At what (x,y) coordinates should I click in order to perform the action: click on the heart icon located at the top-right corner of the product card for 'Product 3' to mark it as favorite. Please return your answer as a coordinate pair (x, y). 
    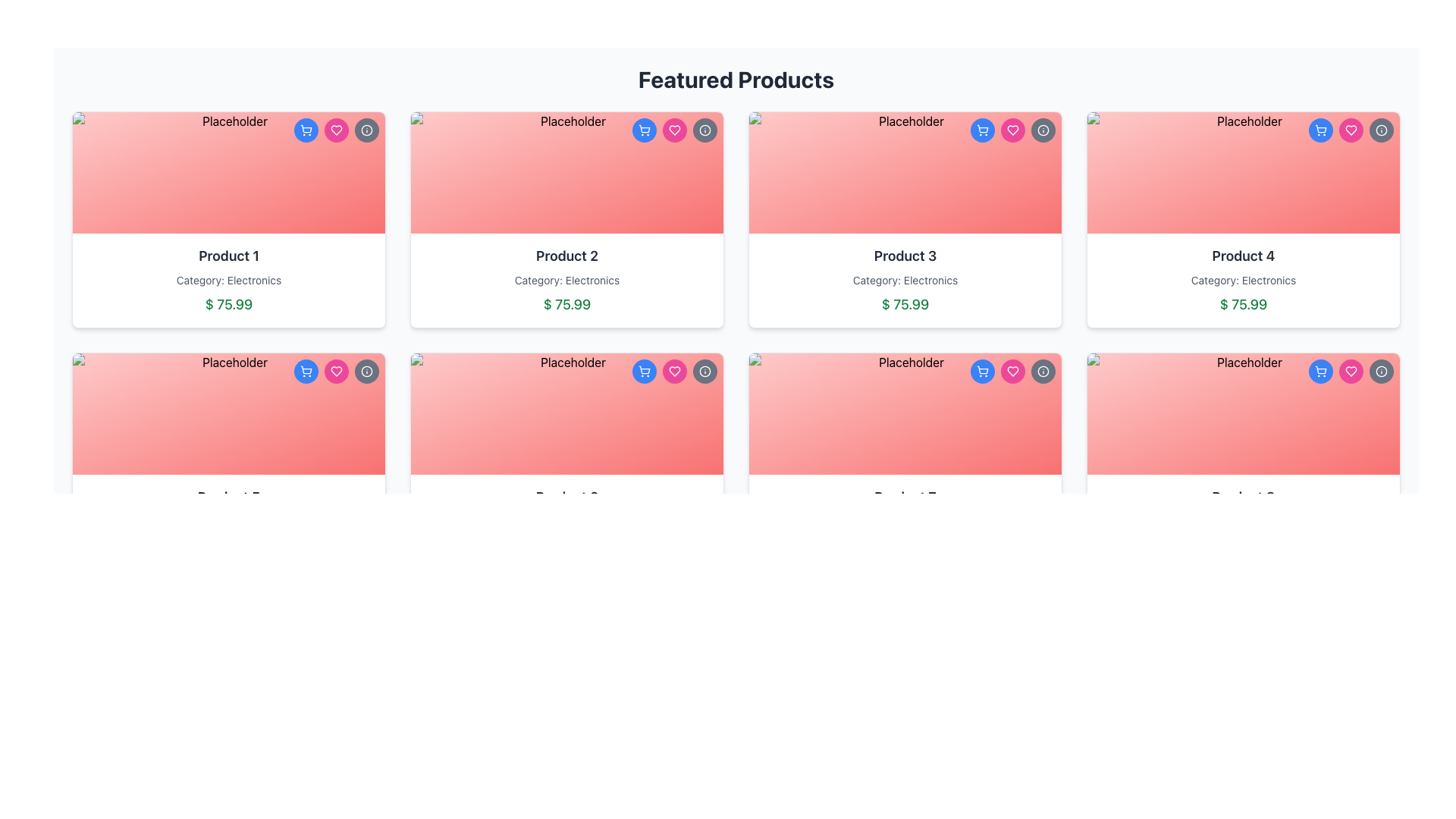
    Looking at the image, I should click on (1012, 130).